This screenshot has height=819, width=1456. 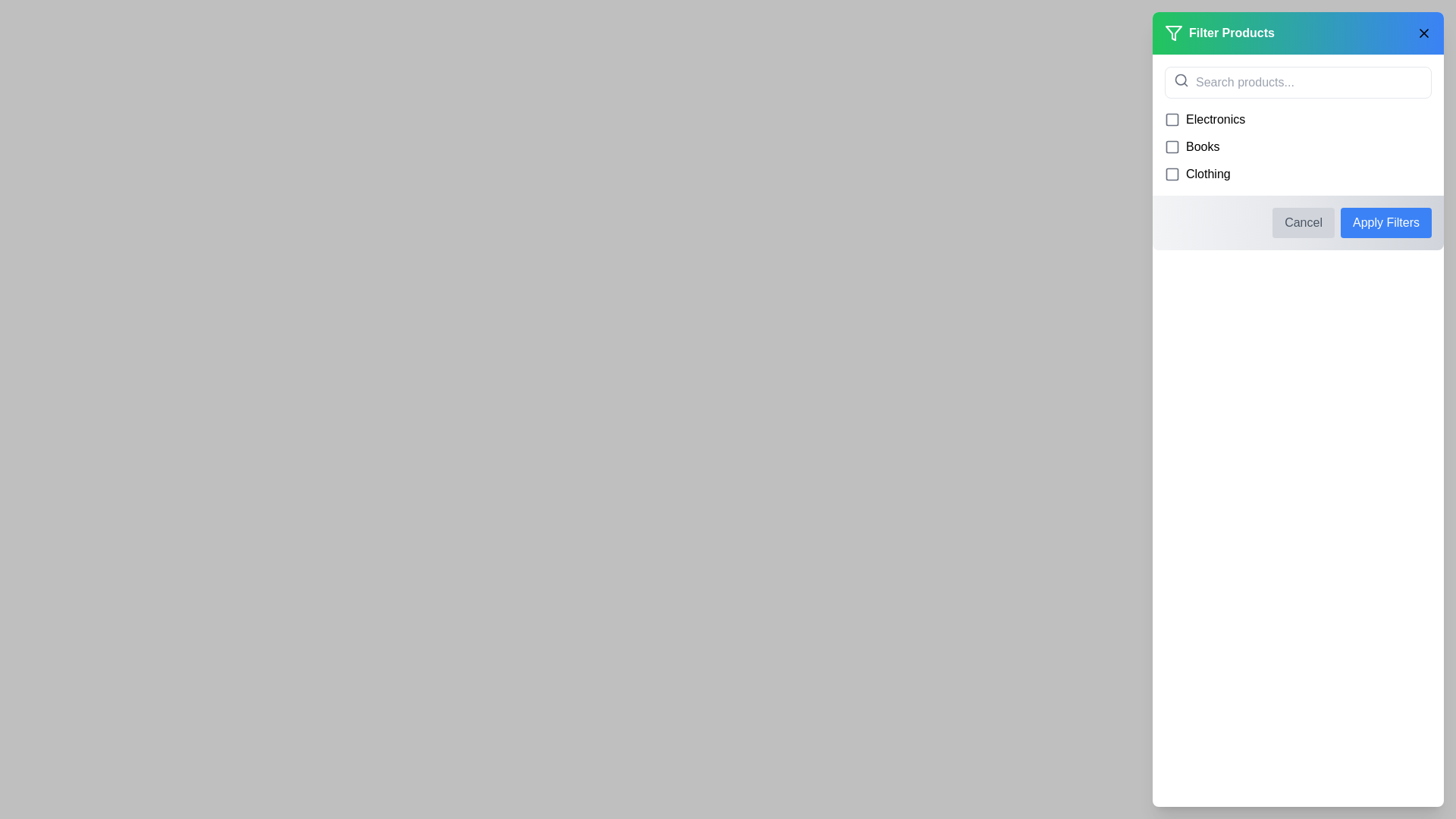 What do you see at coordinates (1298, 82) in the screenshot?
I see `the search input field located at the top of the side panel to trigger any potential UI feedback` at bounding box center [1298, 82].